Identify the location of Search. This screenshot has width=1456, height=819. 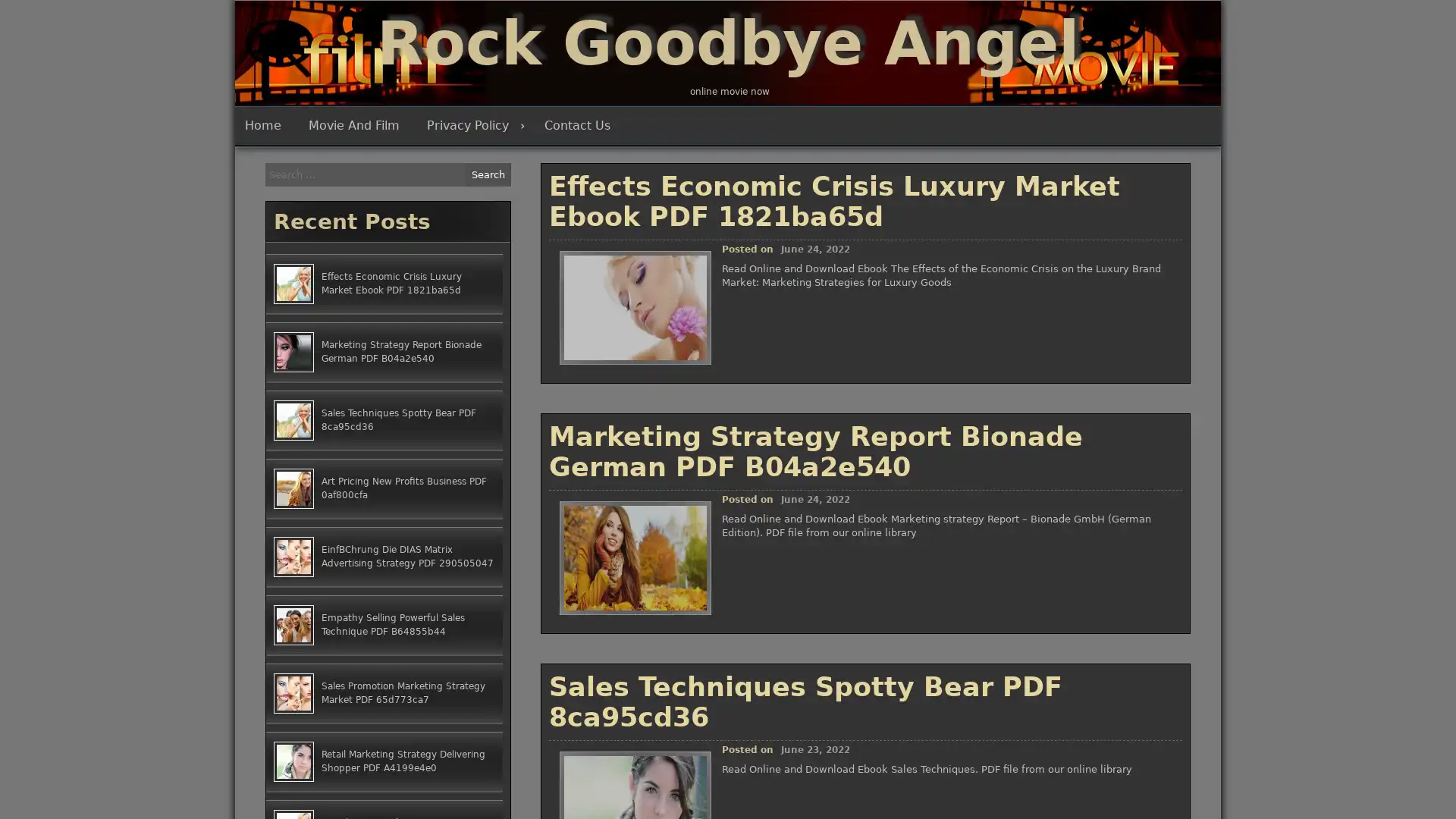
(488, 174).